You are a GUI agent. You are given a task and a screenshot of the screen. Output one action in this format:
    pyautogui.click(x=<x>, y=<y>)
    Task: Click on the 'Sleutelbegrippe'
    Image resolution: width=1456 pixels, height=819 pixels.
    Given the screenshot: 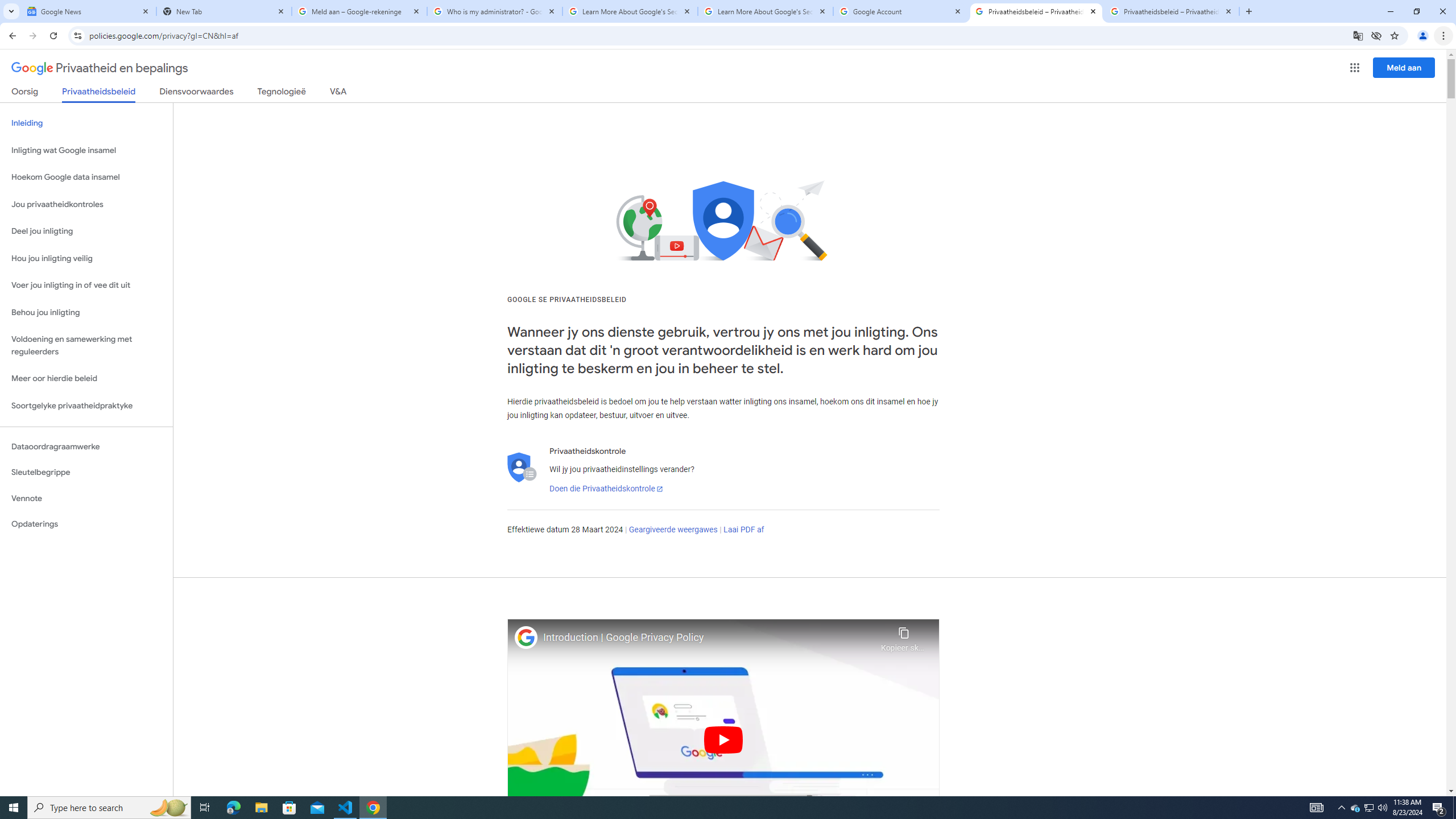 What is the action you would take?
    pyautogui.click(x=86, y=472)
    